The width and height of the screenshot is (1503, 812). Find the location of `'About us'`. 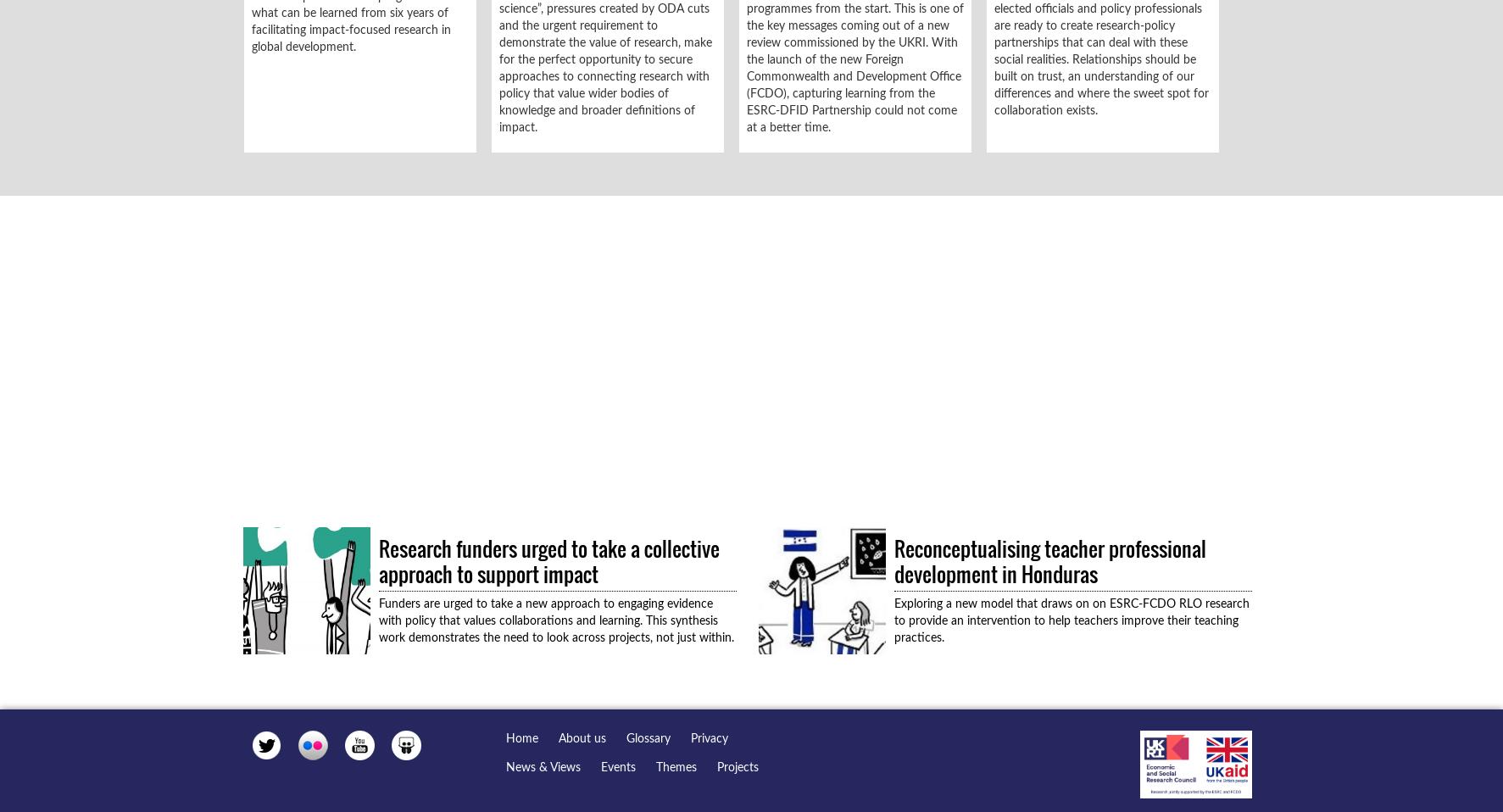

'About us' is located at coordinates (580, 737).